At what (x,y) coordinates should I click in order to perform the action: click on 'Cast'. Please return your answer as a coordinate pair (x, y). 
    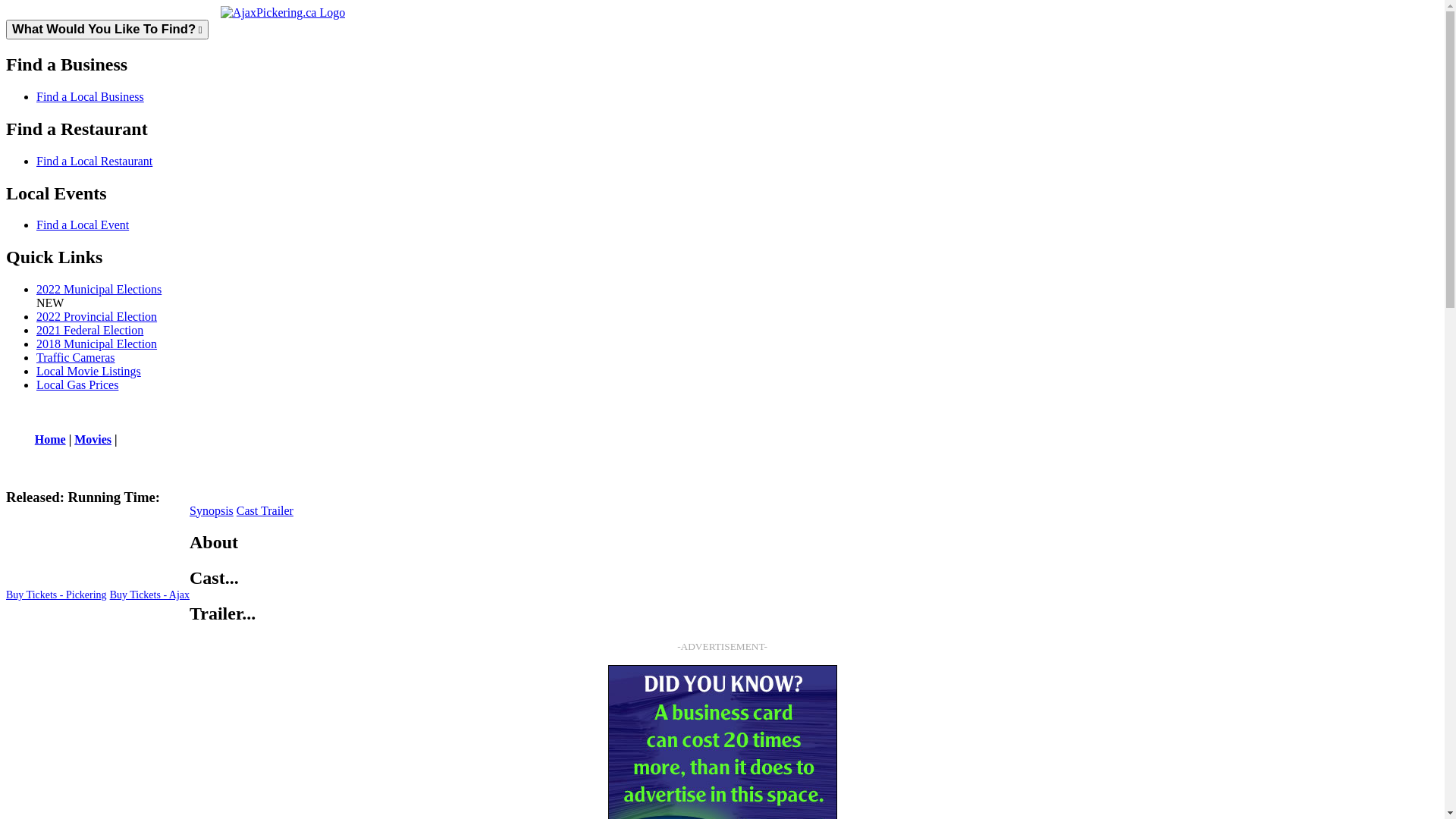
    Looking at the image, I should click on (248, 510).